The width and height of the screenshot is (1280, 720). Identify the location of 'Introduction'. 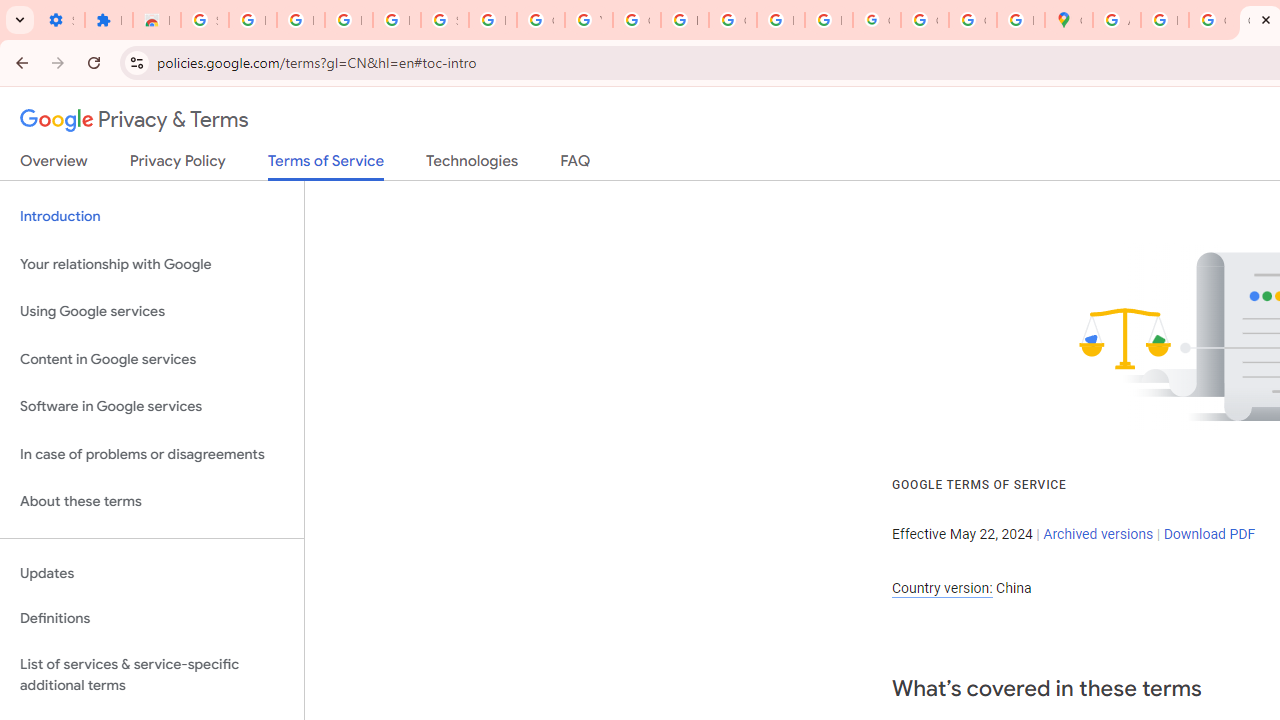
(151, 217).